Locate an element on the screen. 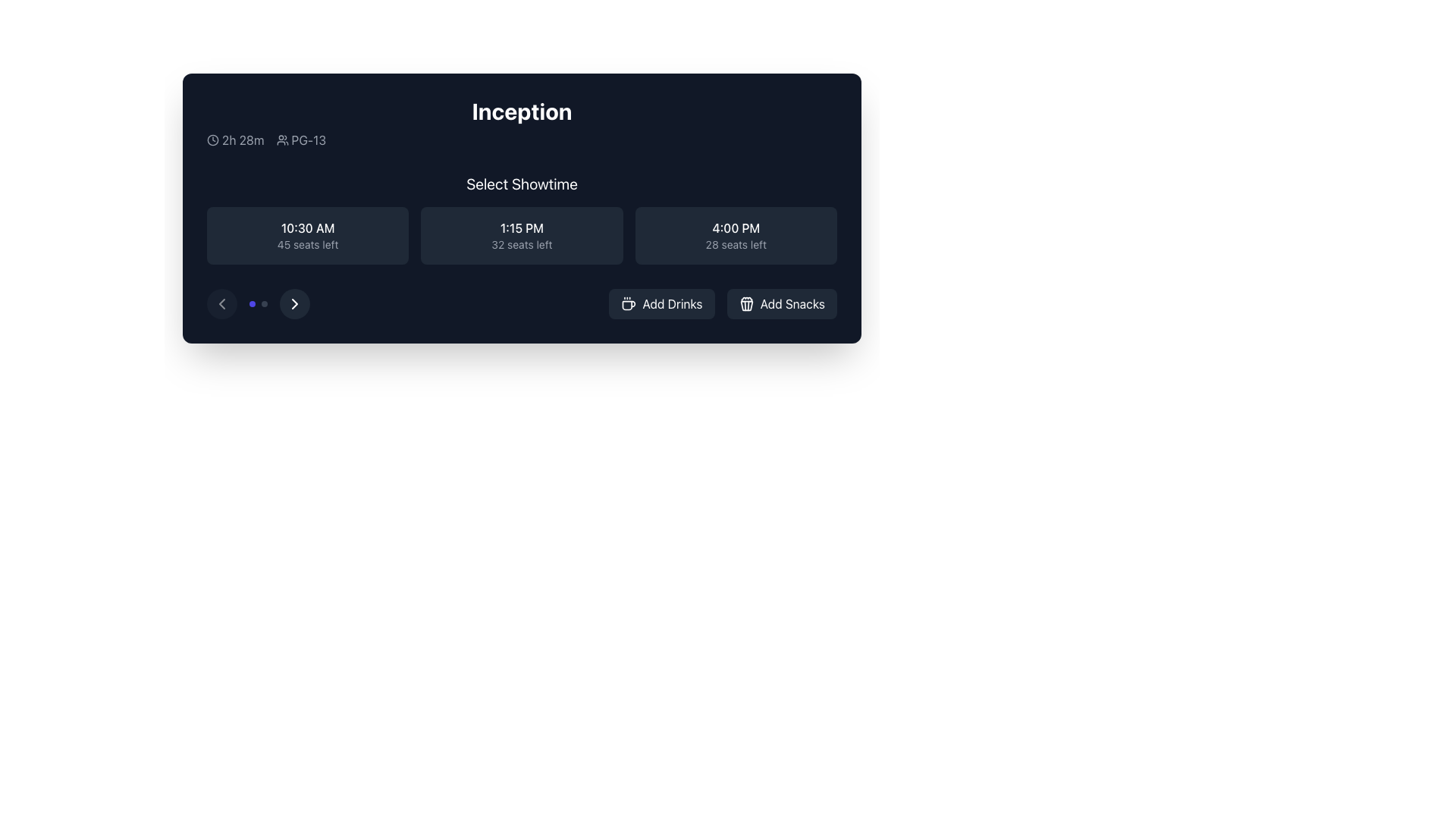 This screenshot has height=819, width=1456. the snack icon located within the 'Add Snacks' button, positioned at the right side of the row of two buttons beneath the timing details is located at coordinates (746, 304).